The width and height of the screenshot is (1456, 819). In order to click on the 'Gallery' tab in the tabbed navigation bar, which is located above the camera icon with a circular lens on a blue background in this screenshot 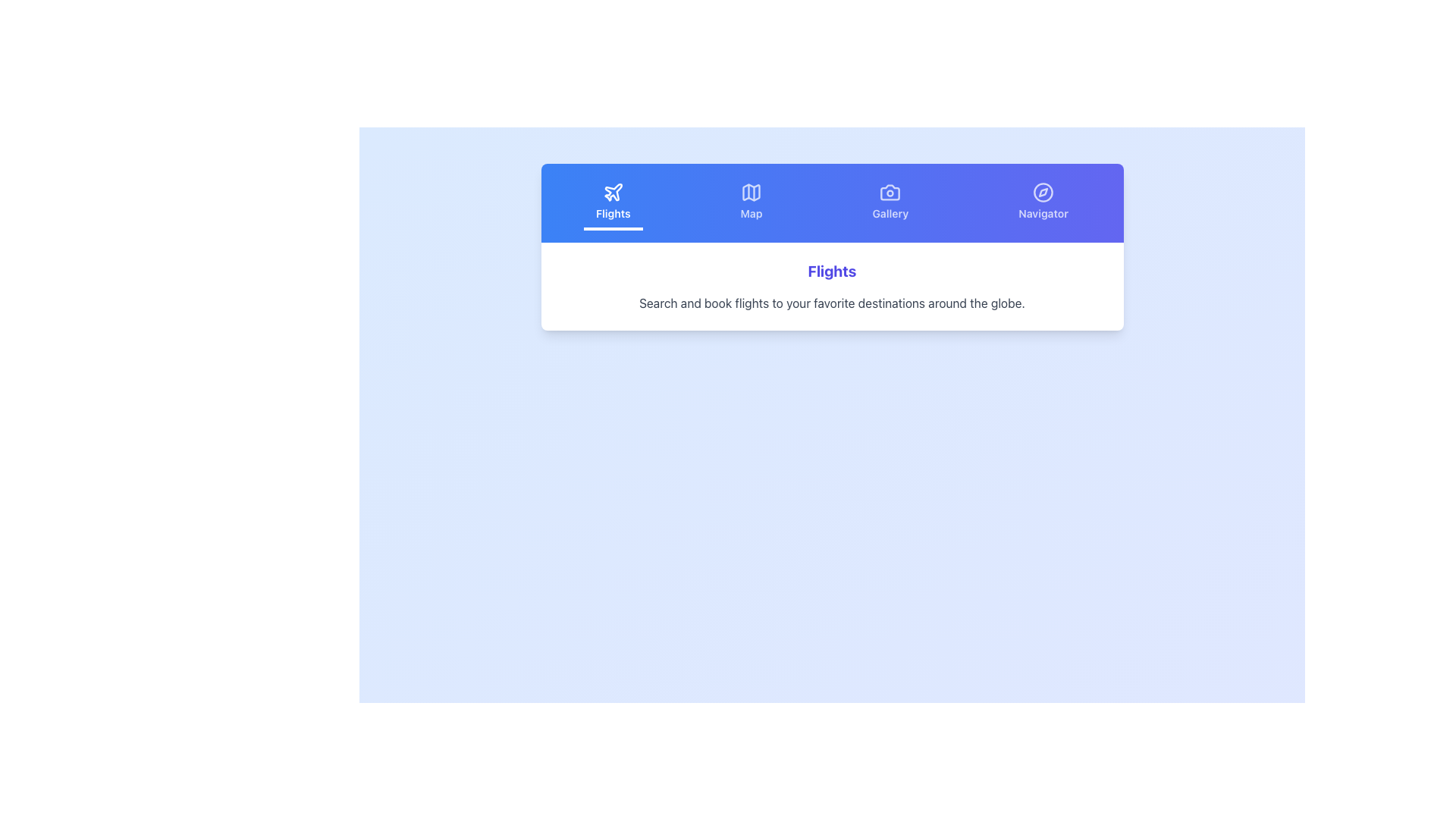, I will do `click(890, 192)`.